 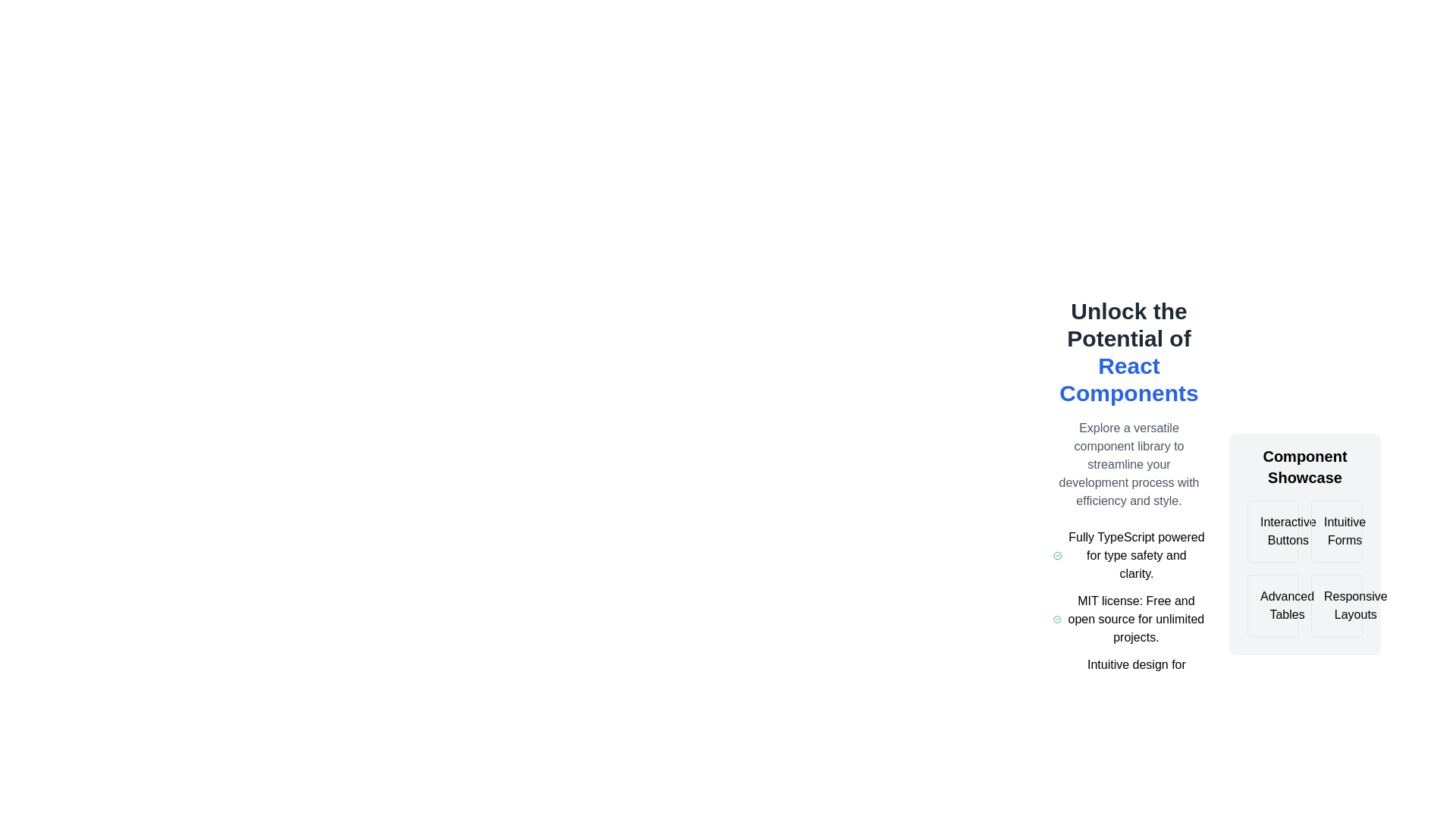 I want to click on text content of the paragraph element displaying the message: 'Explore a versatile component library to streamline your development process with efficiency and style.', so click(x=1128, y=464).